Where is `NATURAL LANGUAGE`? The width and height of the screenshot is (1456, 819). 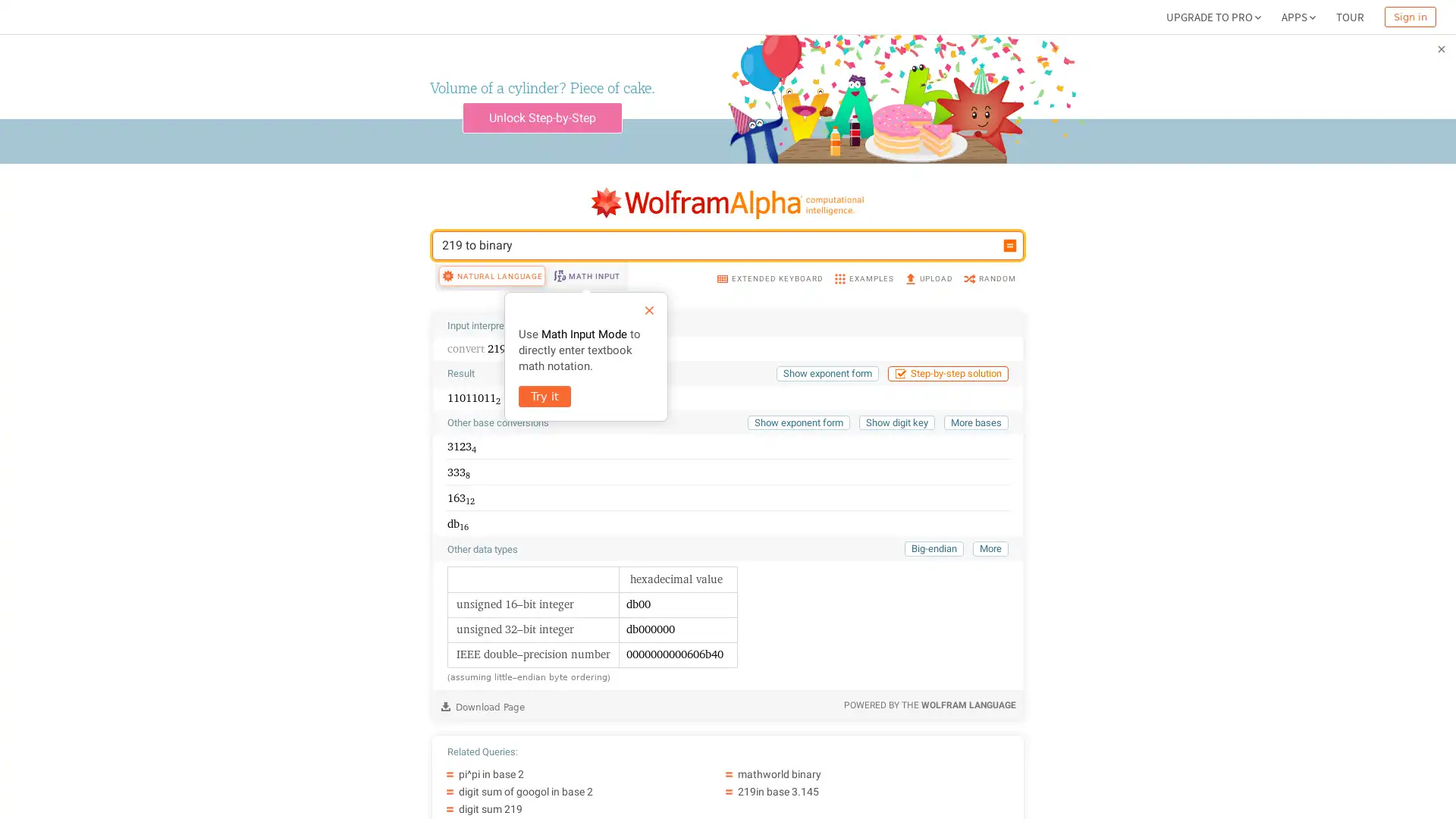 NATURAL LANGUAGE is located at coordinates (491, 305).